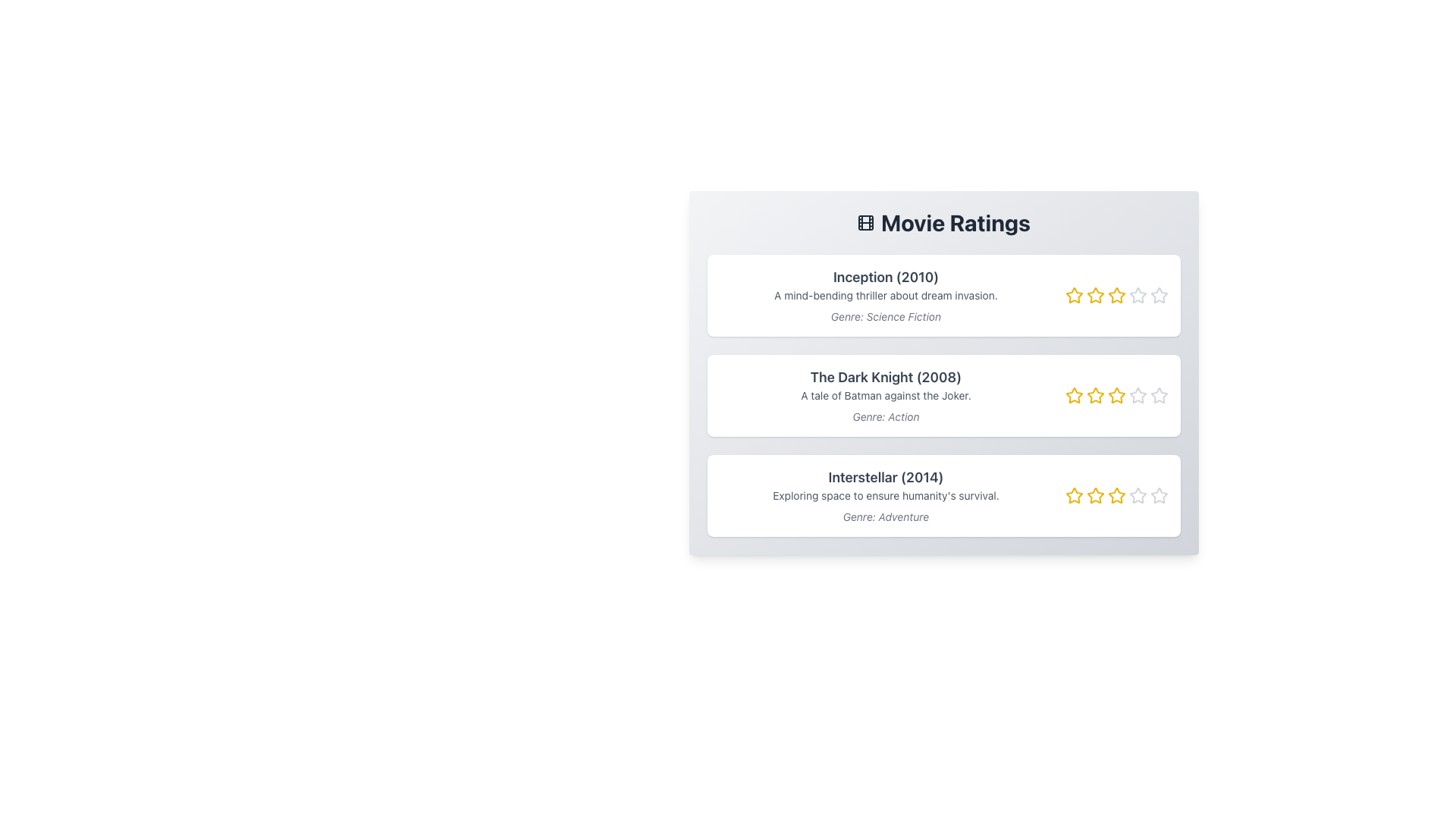 Image resolution: width=1456 pixels, height=819 pixels. I want to click on the second yellow star icon in the rating component for the movie 'The Dark Knight (2008)' to rate it, so click(1095, 394).